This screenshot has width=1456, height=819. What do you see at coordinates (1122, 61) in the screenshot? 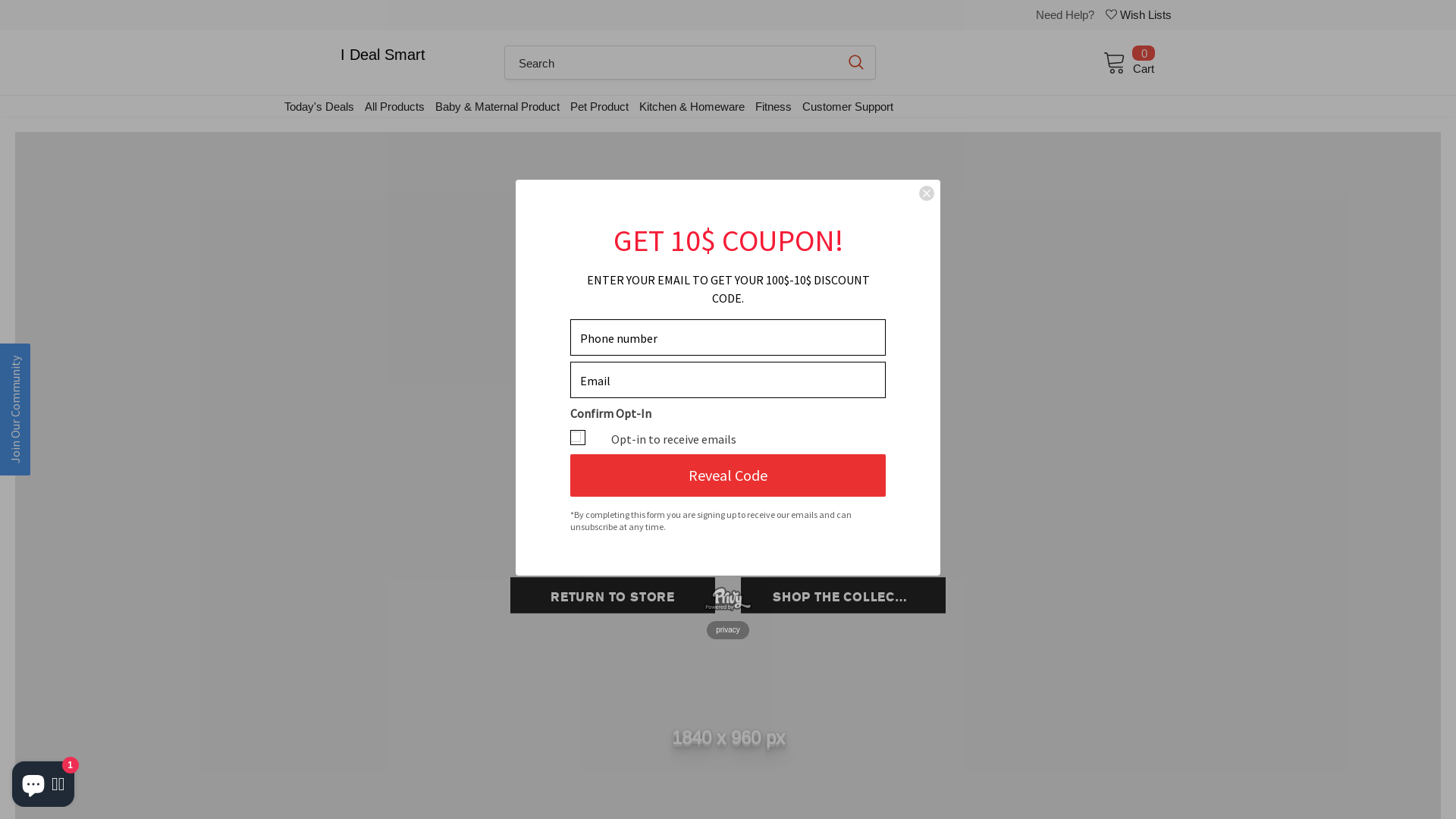
I see `'0` at bounding box center [1122, 61].